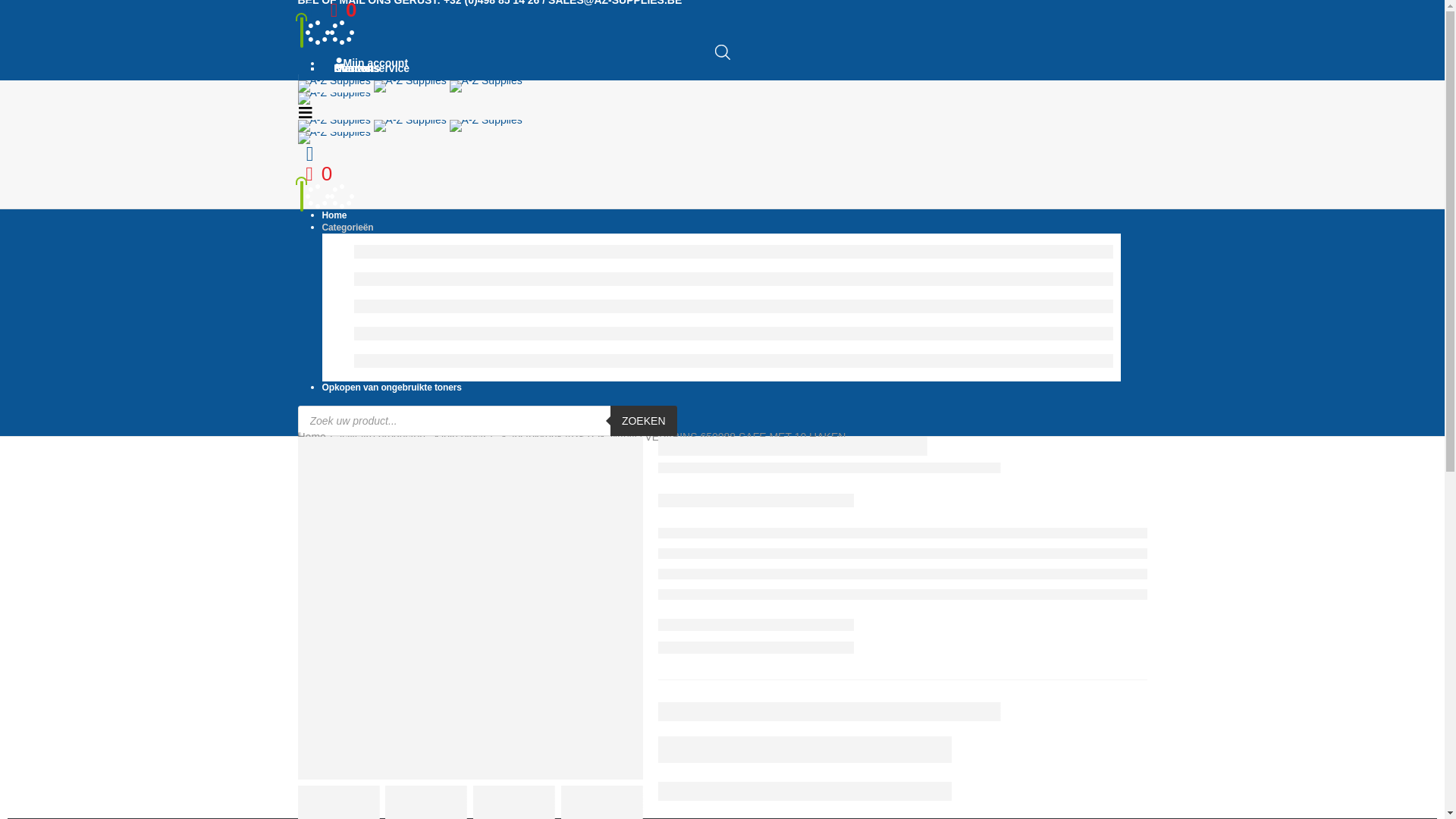 The image size is (1456, 819). Describe the element at coordinates (644, 421) in the screenshot. I see `'ZOEKEN'` at that location.